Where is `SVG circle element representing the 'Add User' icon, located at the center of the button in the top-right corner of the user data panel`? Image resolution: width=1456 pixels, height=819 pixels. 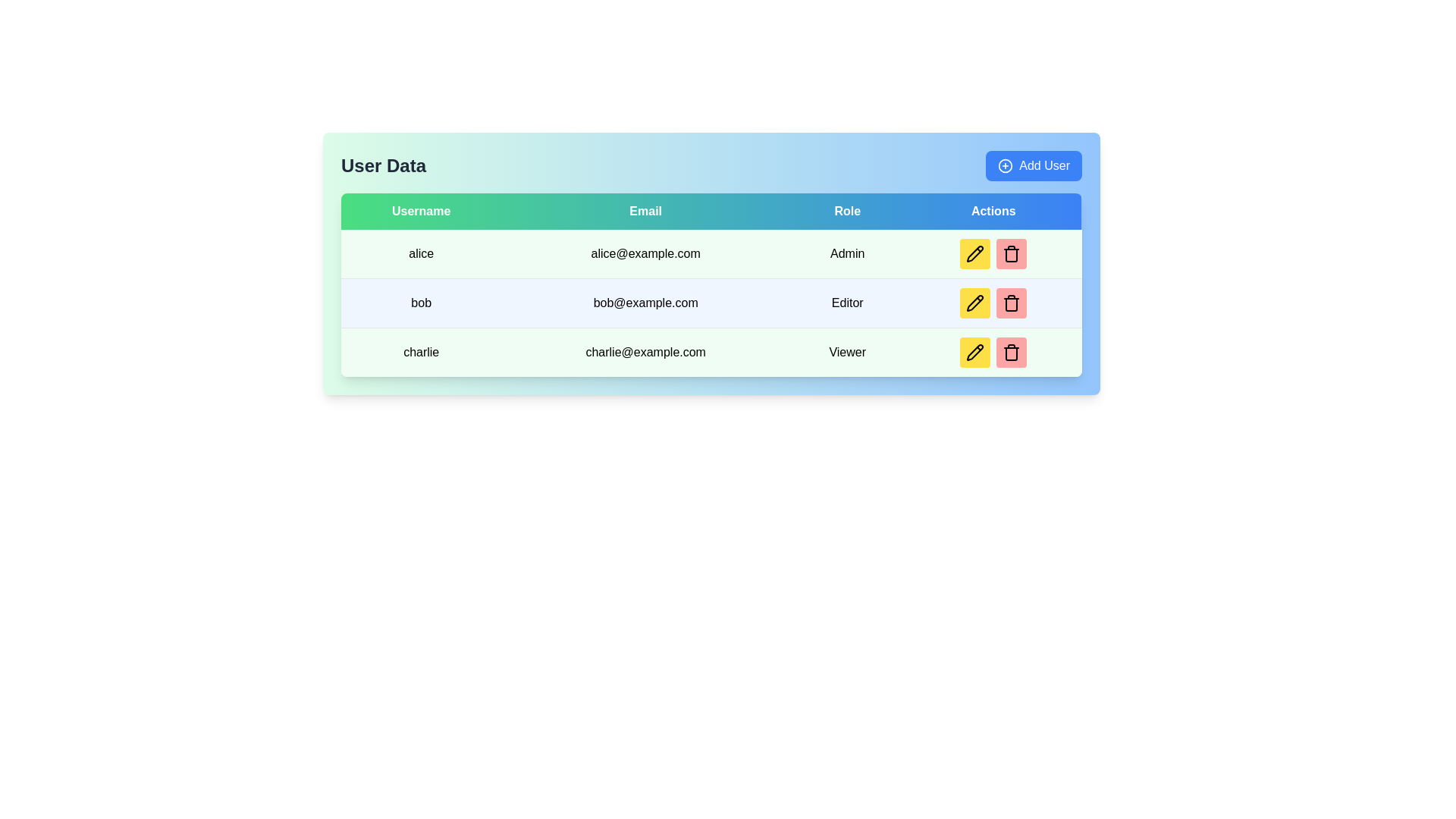
SVG circle element representing the 'Add User' icon, located at the center of the button in the top-right corner of the user data panel is located at coordinates (1006, 166).